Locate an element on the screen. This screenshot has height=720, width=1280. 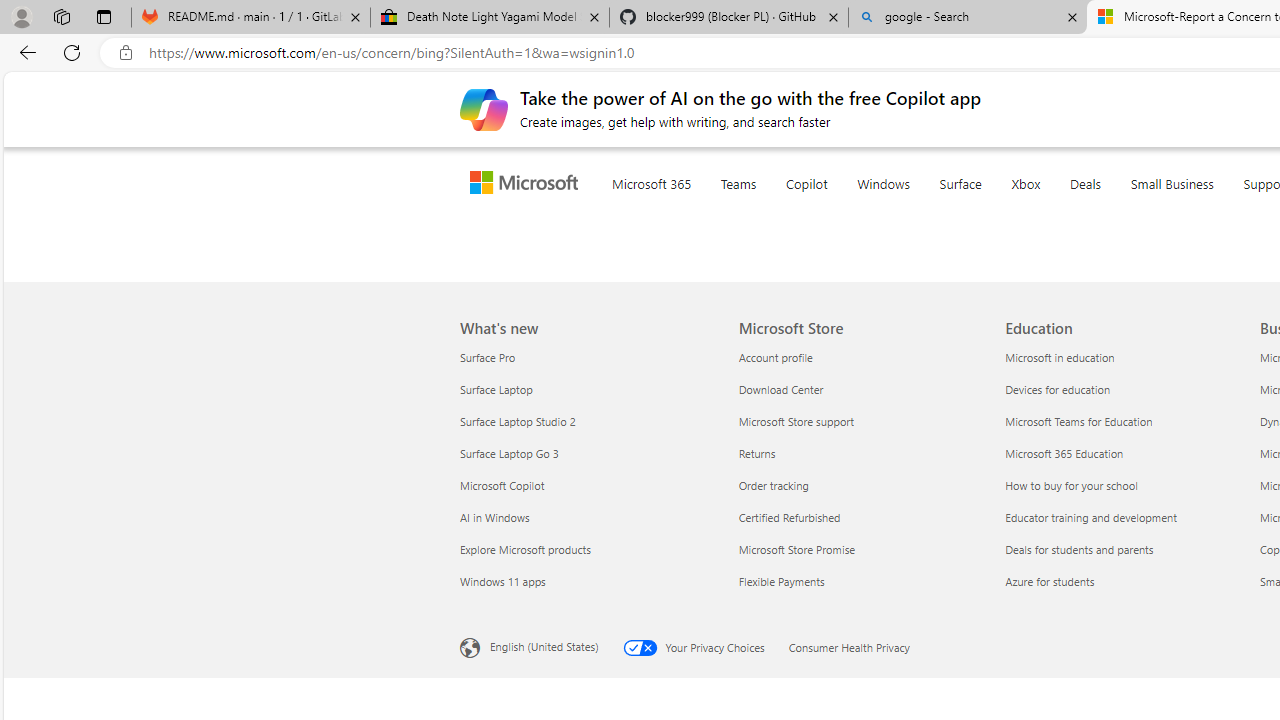
'Surface' is located at coordinates (1000, 208).